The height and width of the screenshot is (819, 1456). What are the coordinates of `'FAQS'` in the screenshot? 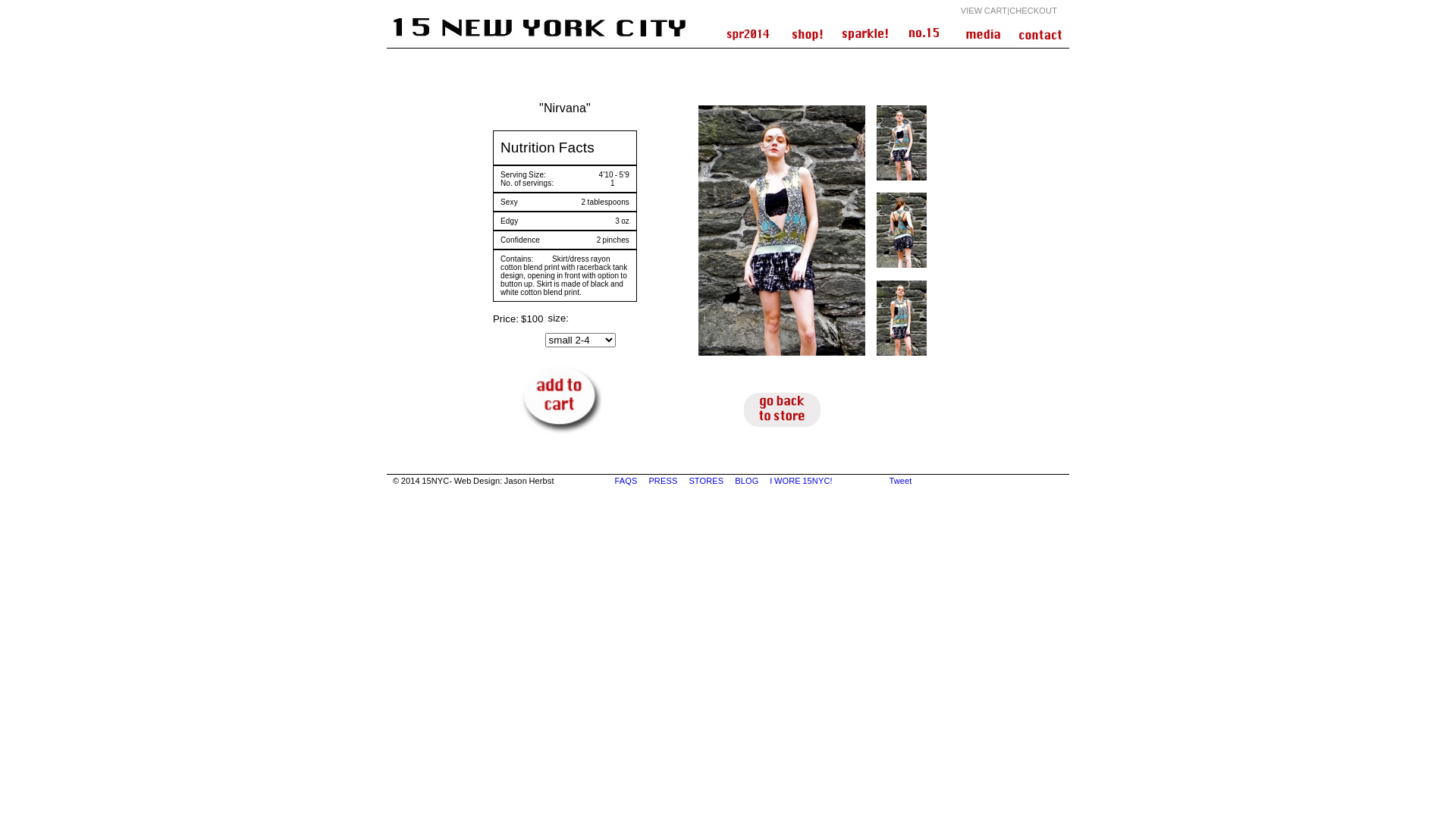 It's located at (626, 480).